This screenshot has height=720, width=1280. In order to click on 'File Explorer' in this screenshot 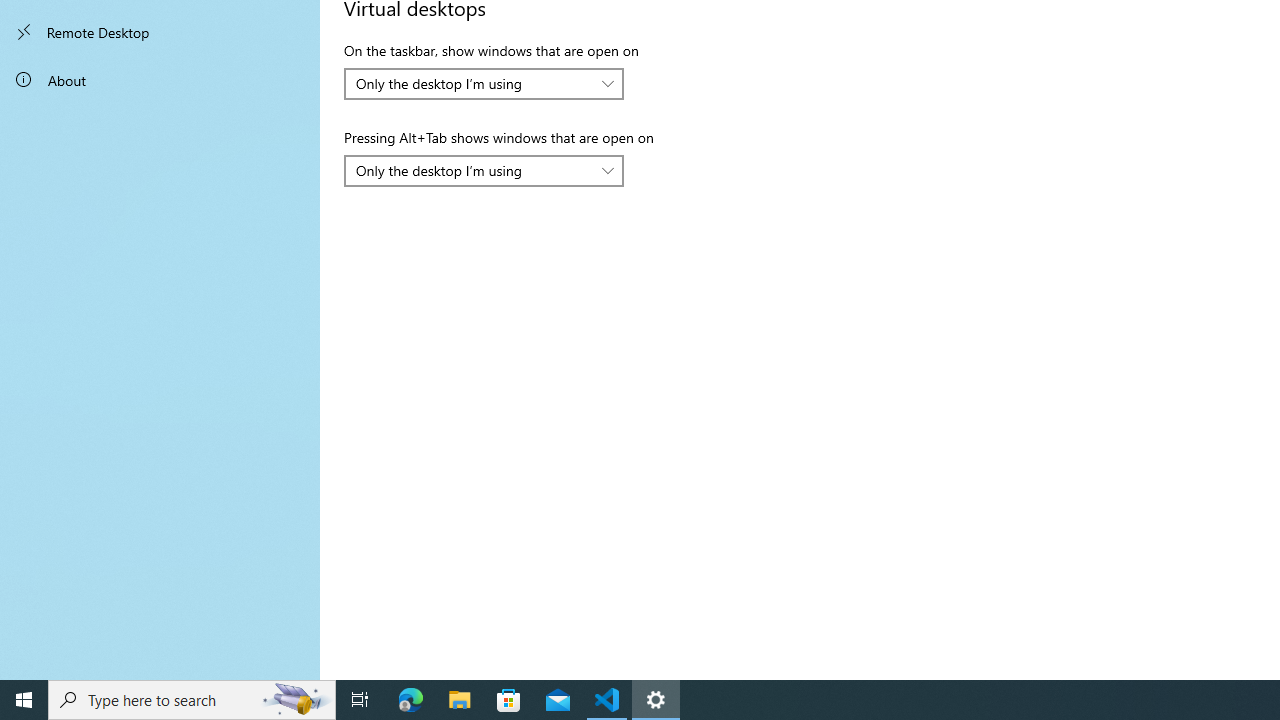, I will do `click(459, 698)`.